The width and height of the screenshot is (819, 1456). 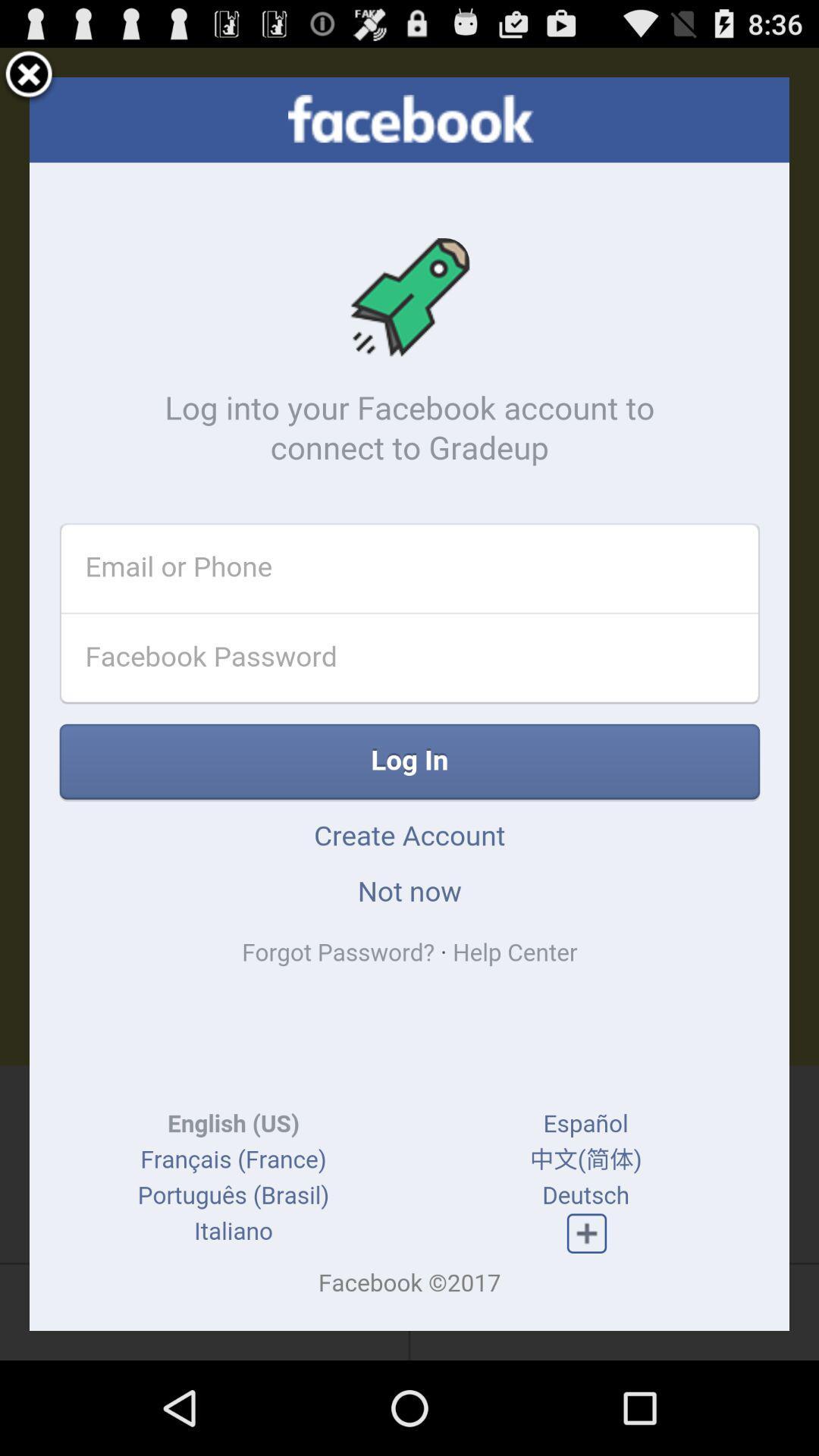 I want to click on app, so click(x=29, y=76).